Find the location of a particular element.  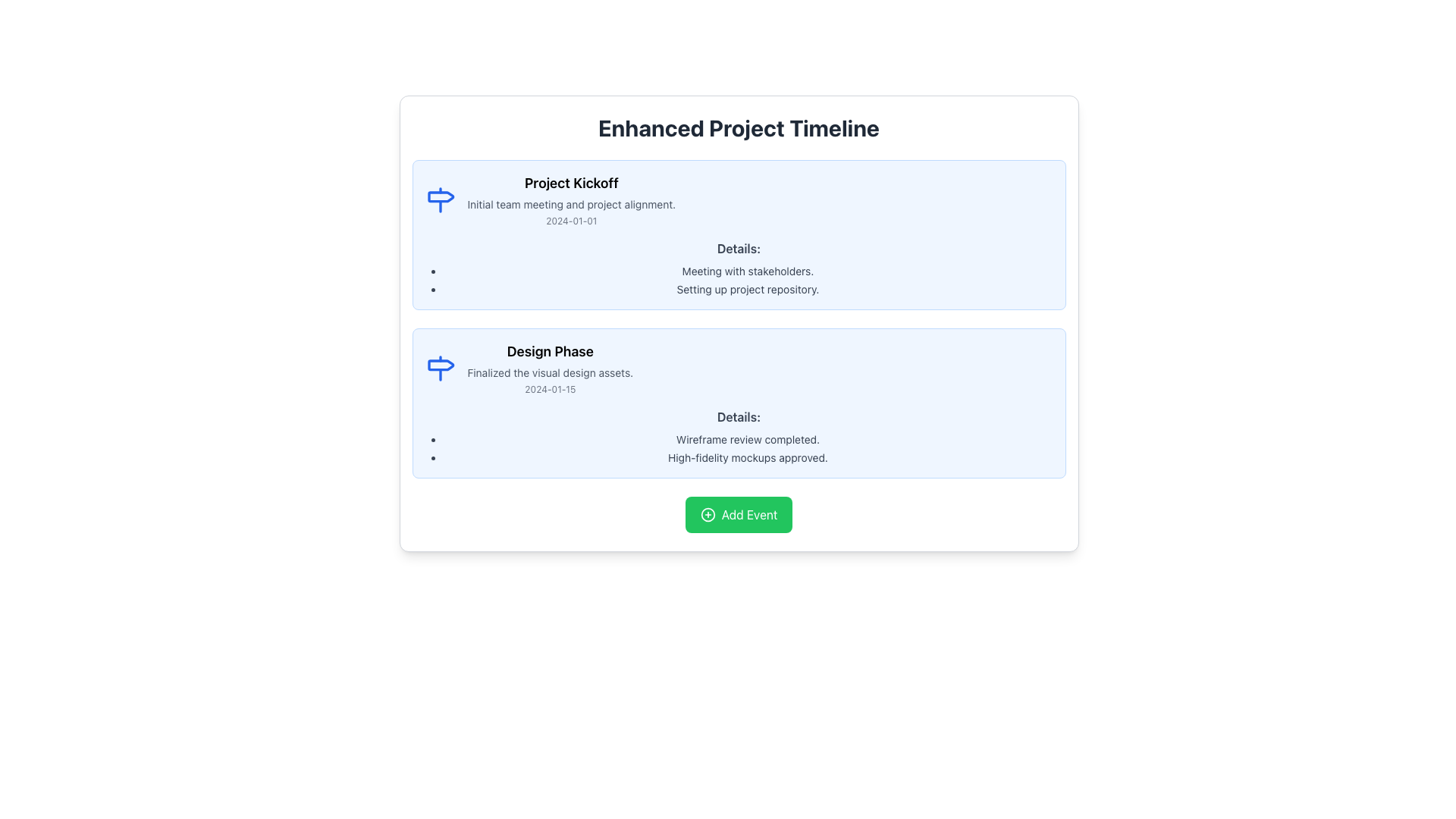

the right-pointing arrow of the SVG icon that is part of the first milestone entry labeled 'Project Kickoff' at the top of the timeline is located at coordinates (440, 196).